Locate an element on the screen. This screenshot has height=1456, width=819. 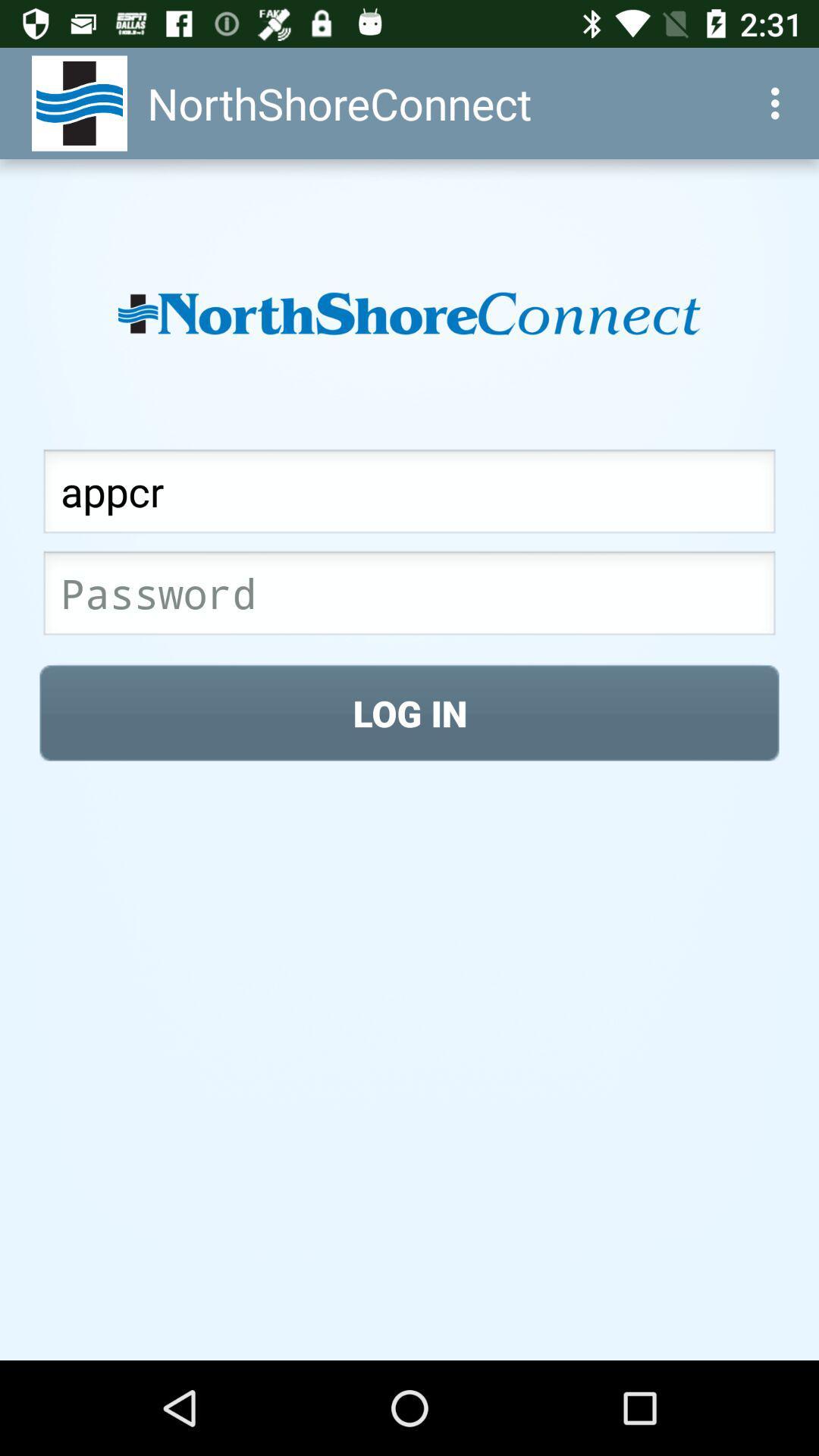
password is located at coordinates (409, 597).